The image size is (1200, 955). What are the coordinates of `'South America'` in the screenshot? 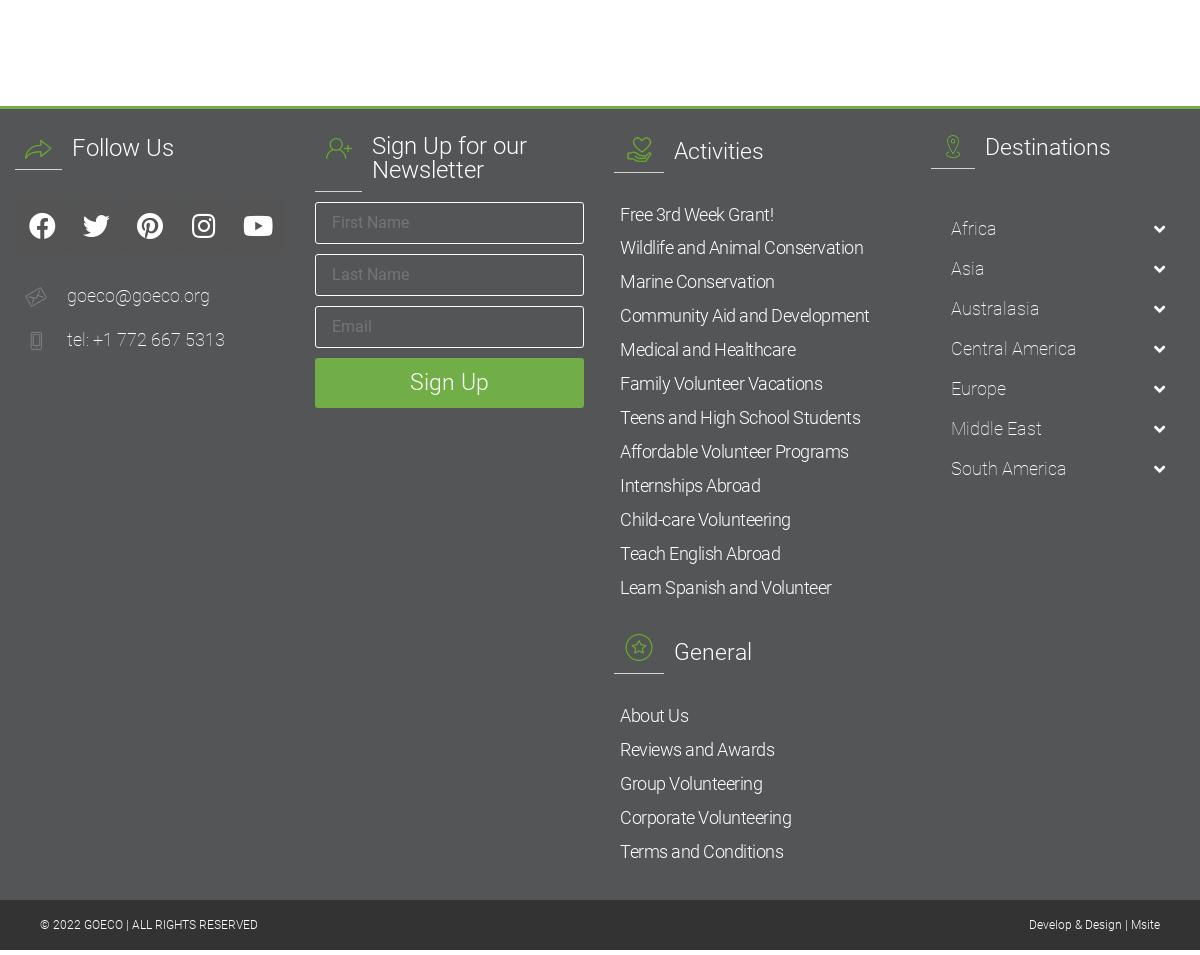 It's located at (1008, 466).